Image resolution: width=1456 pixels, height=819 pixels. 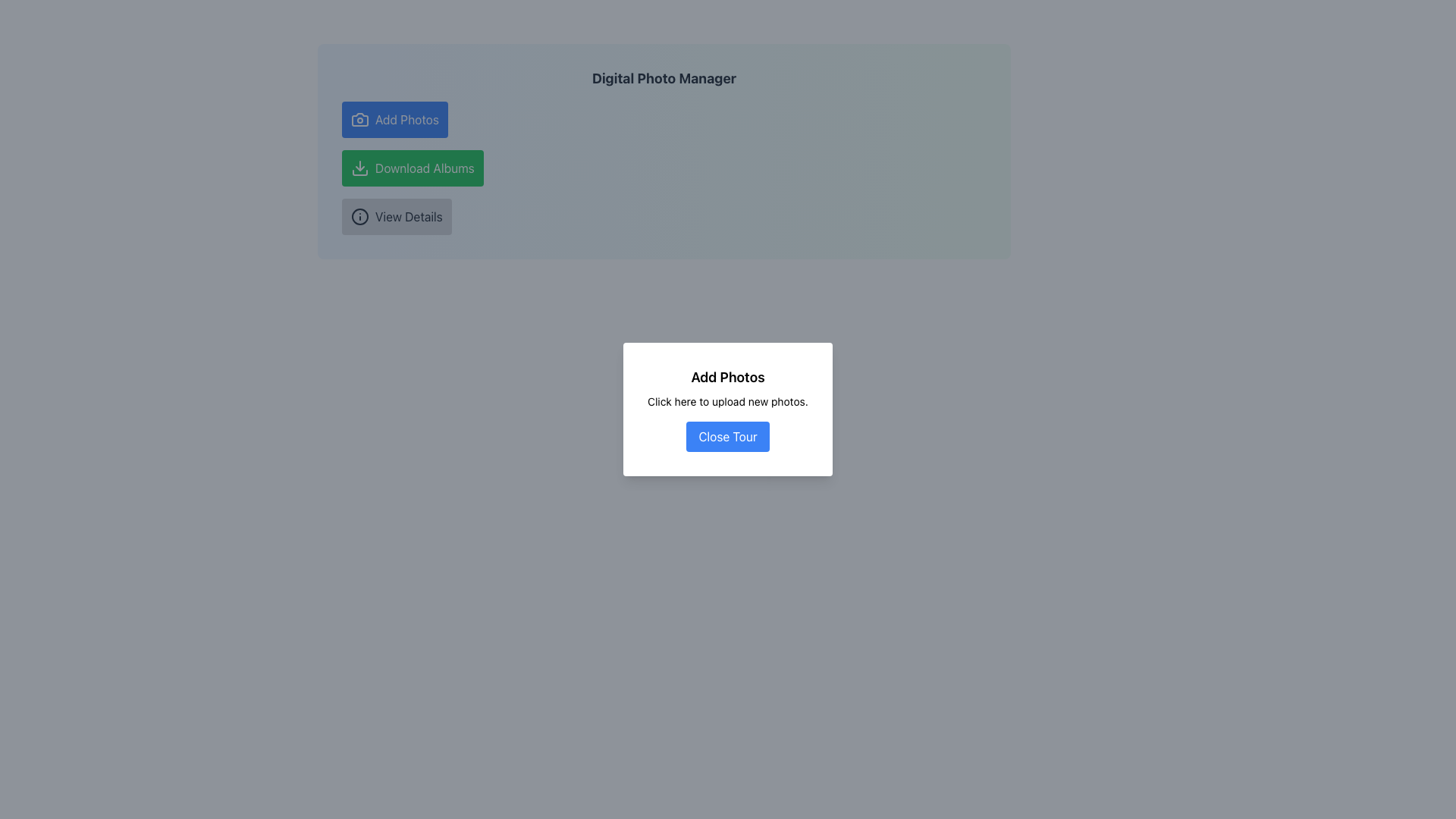 What do you see at coordinates (359, 119) in the screenshot?
I see `the camera icon which is styled with a thin stroke and rounded edges, located to the left of the 'Add Photos' text in the button` at bounding box center [359, 119].